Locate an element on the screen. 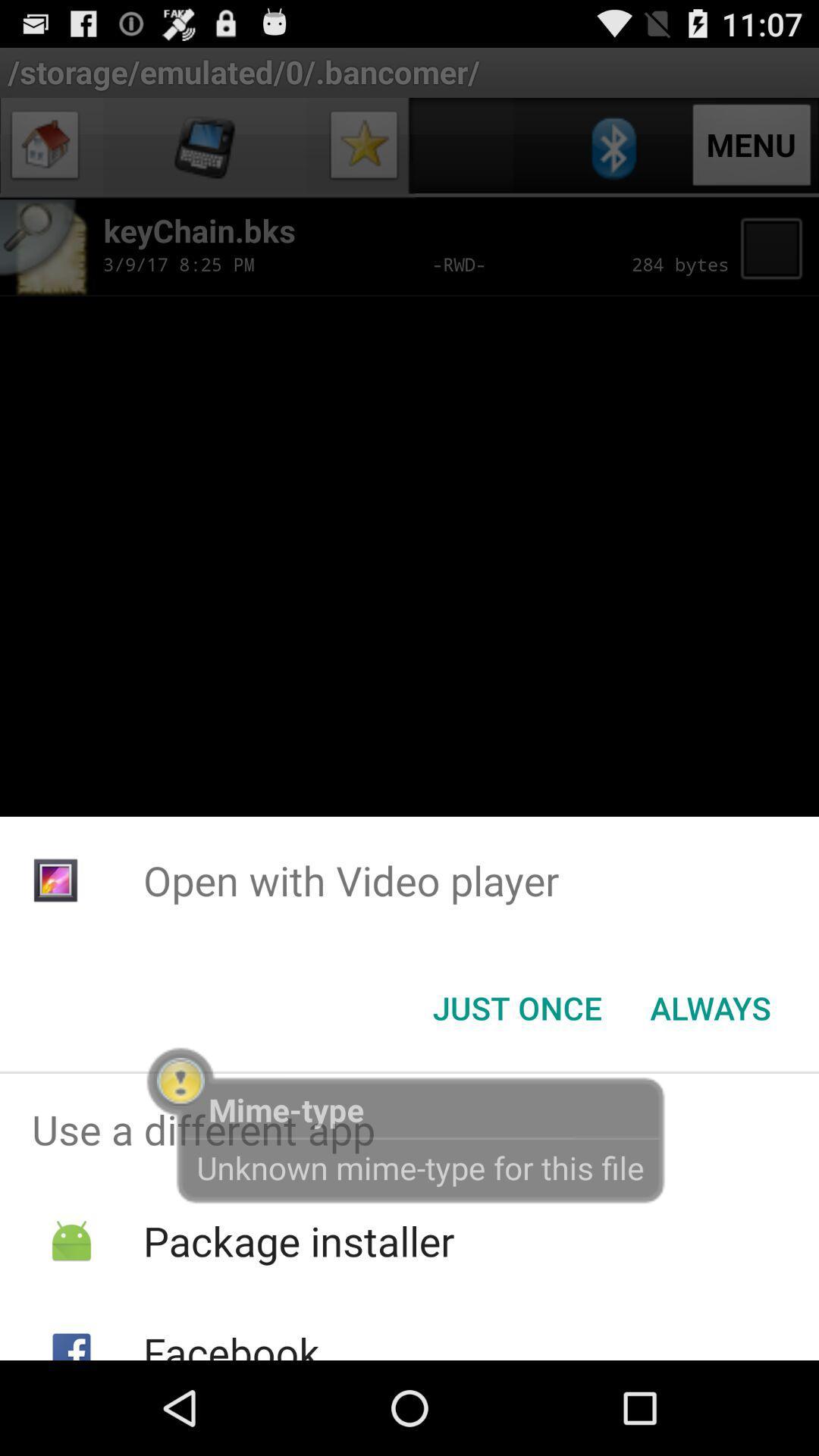 The height and width of the screenshot is (1456, 819). the package installer is located at coordinates (299, 1241).